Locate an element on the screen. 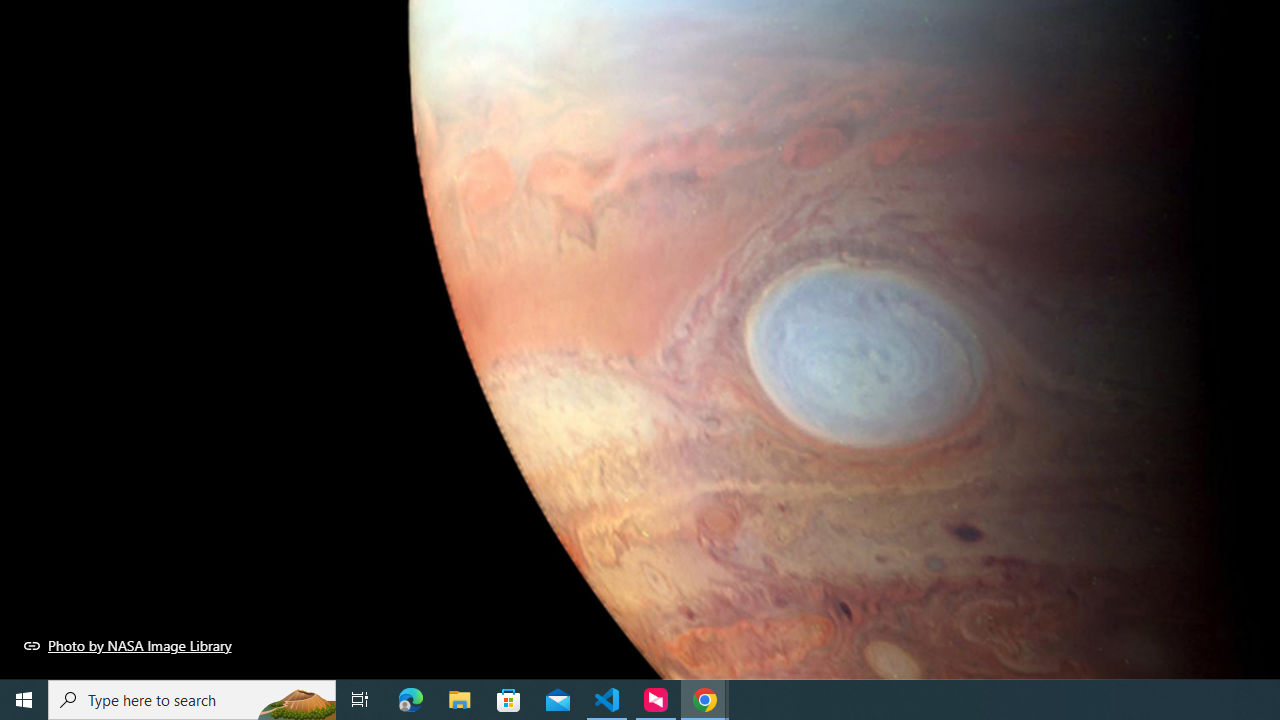  'Photo by NASA Image Library' is located at coordinates (127, 645).